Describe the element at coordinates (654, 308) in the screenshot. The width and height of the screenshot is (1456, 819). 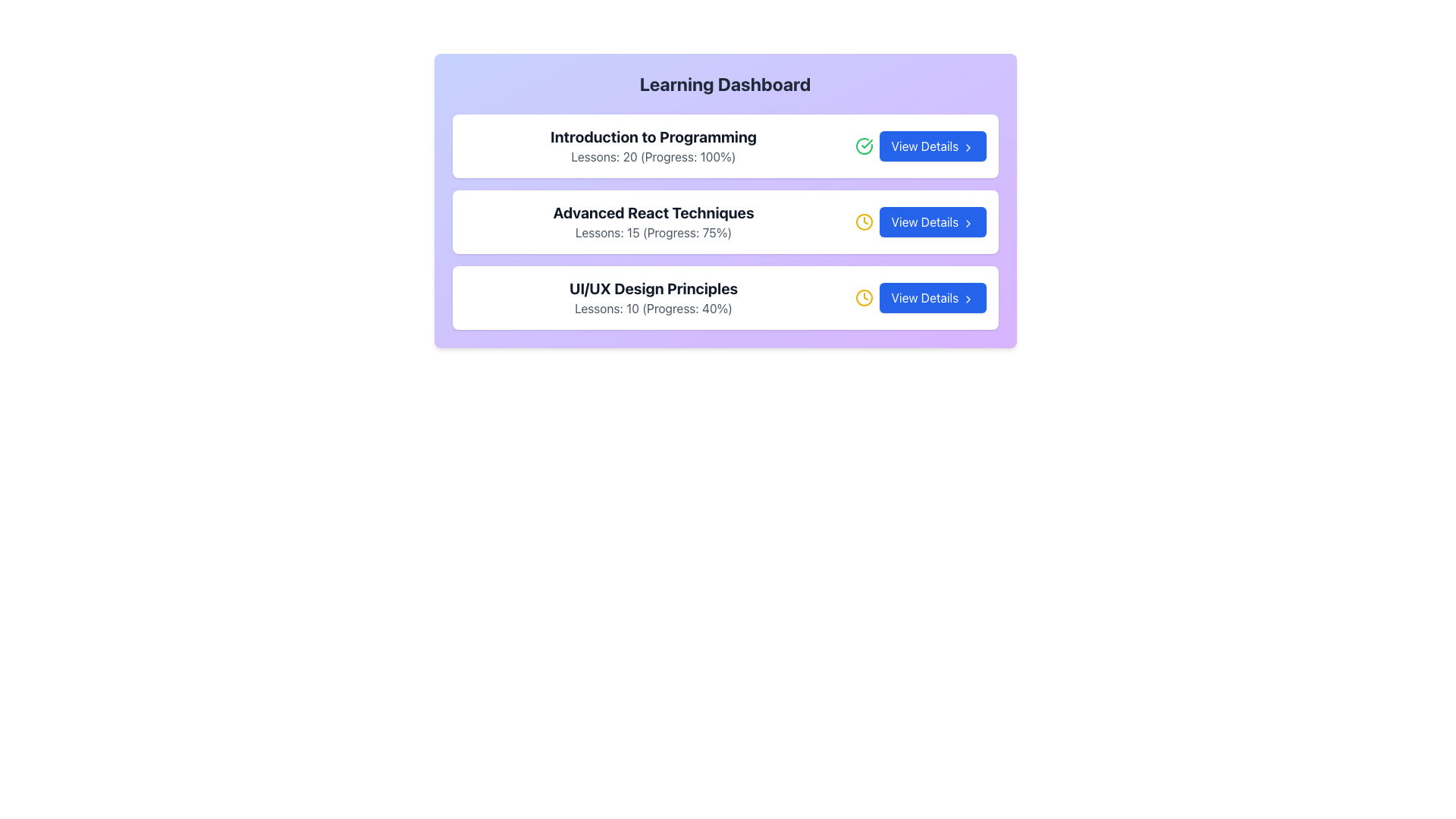
I see `the Text Label element displaying 'Lessons: 10 (Progress: 40%)' styled in gray, located below the title 'UI/UX Design Principles' in the third card of a vertical list` at that location.